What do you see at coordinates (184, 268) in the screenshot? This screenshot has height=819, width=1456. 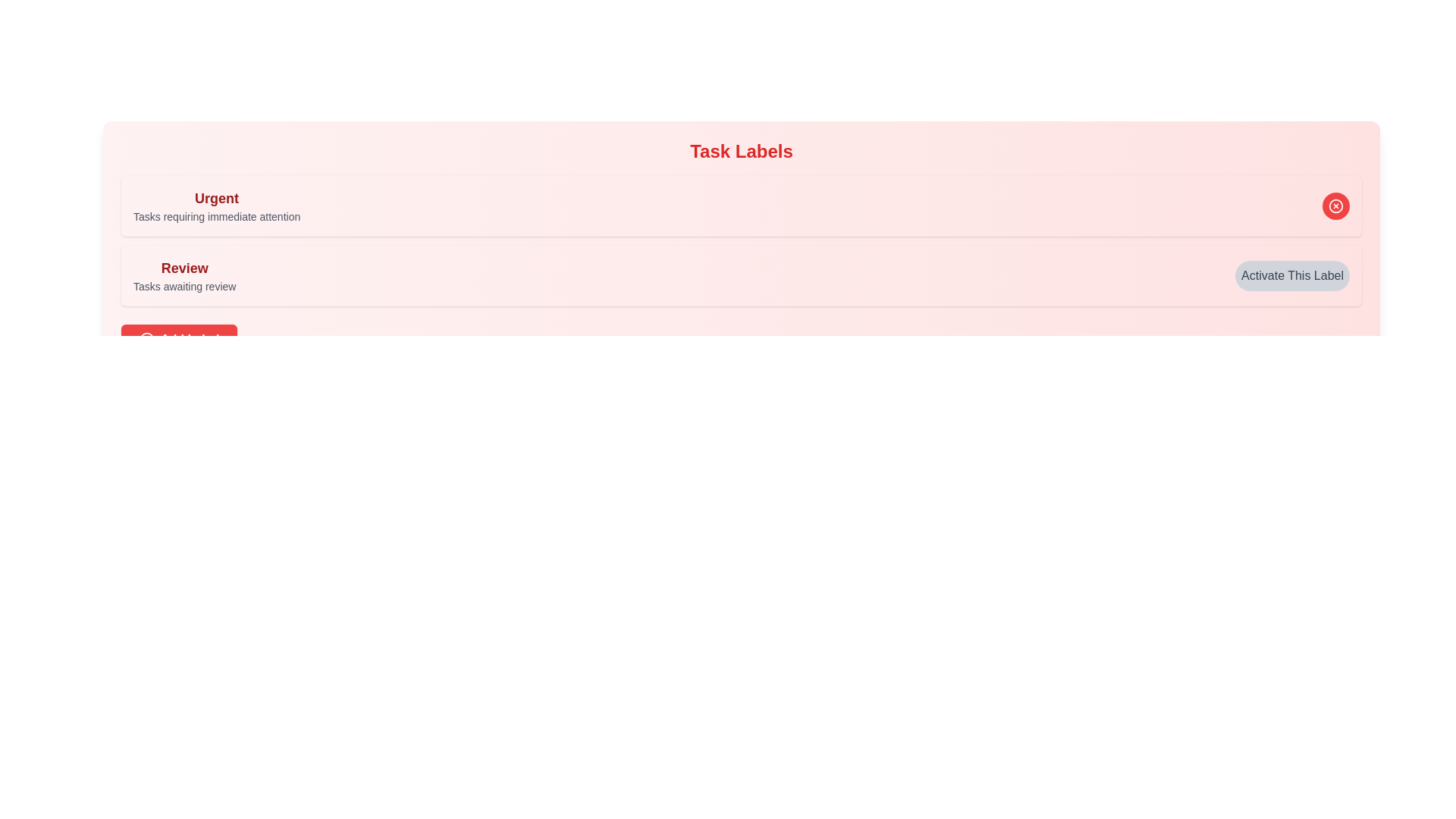 I see `the text of the label 'Review'` at bounding box center [184, 268].